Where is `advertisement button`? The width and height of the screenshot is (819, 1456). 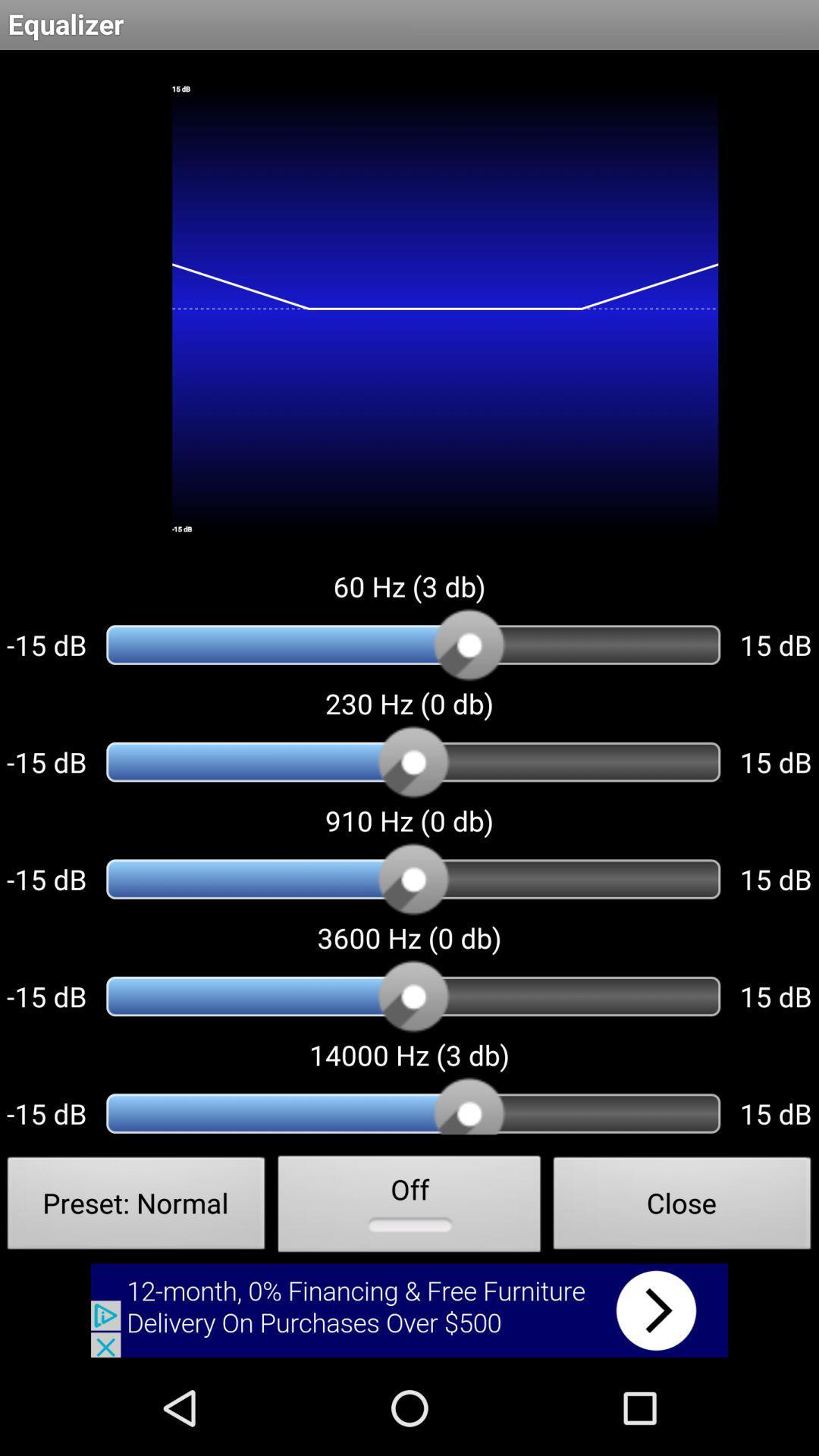 advertisement button is located at coordinates (409, 1310).